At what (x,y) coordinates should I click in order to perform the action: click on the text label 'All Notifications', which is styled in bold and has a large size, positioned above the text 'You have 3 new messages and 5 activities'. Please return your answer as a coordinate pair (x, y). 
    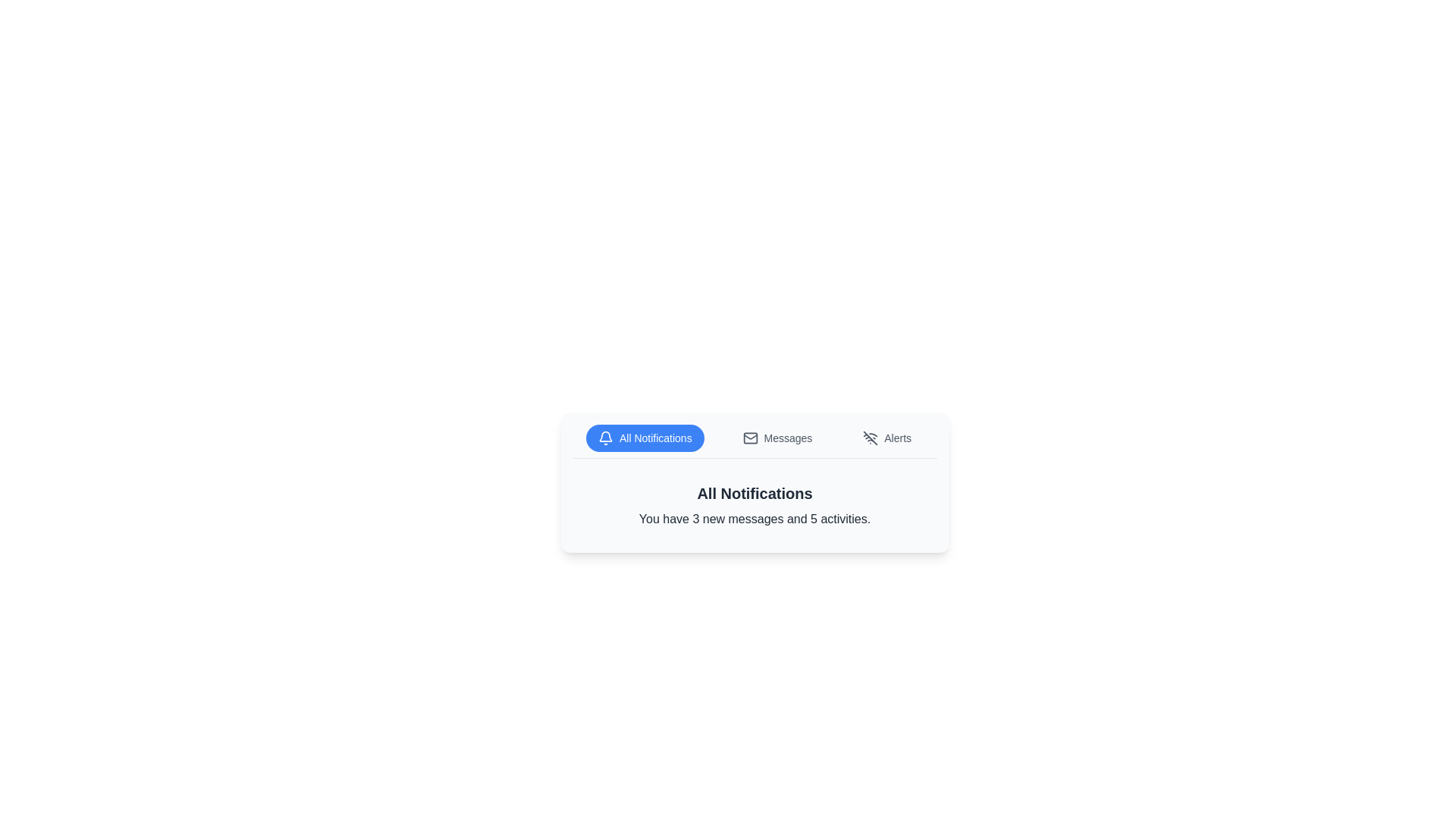
    Looking at the image, I should click on (755, 494).